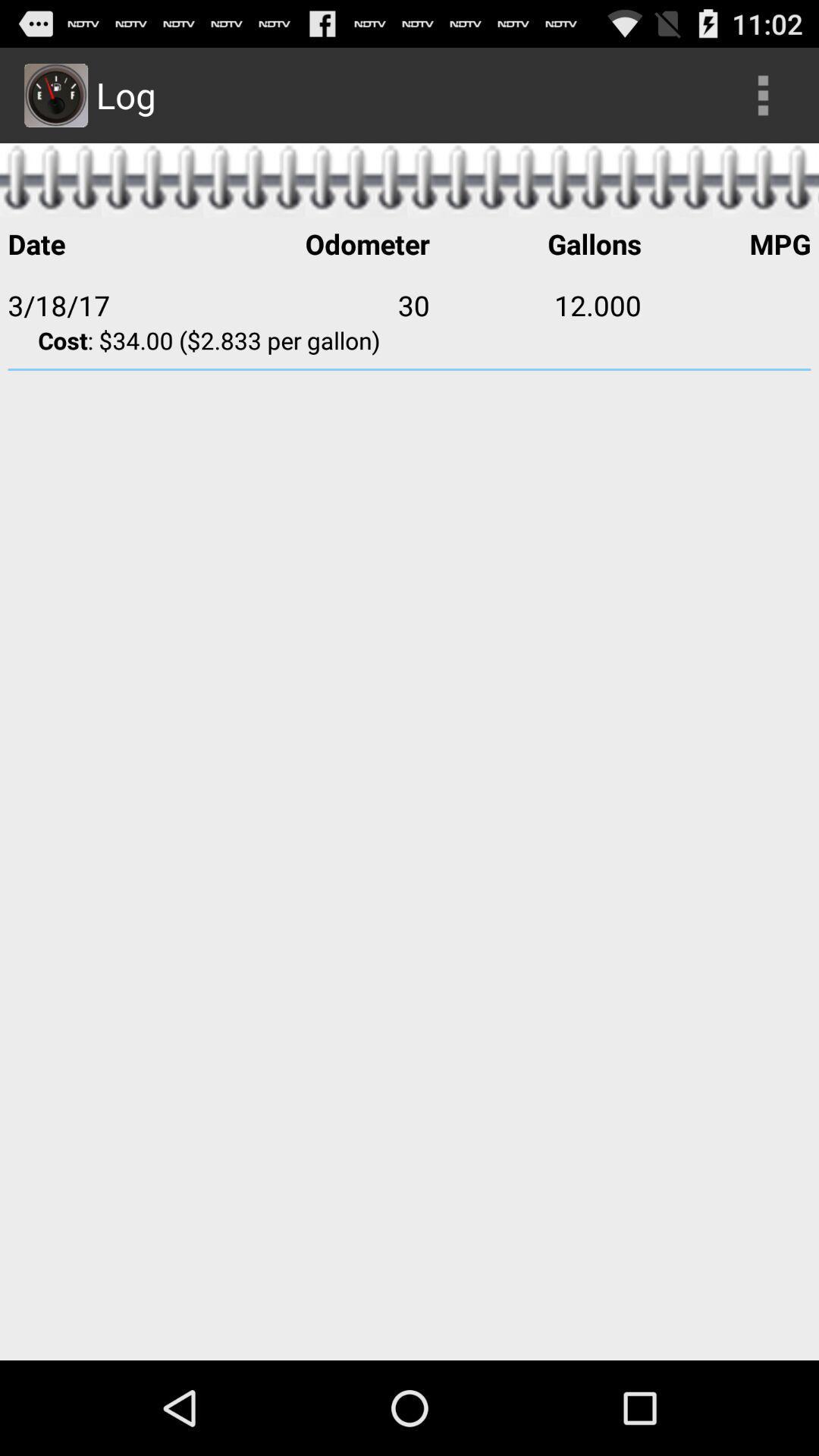 This screenshot has width=819, height=1456. I want to click on app below 3/18/17, so click(409, 339).